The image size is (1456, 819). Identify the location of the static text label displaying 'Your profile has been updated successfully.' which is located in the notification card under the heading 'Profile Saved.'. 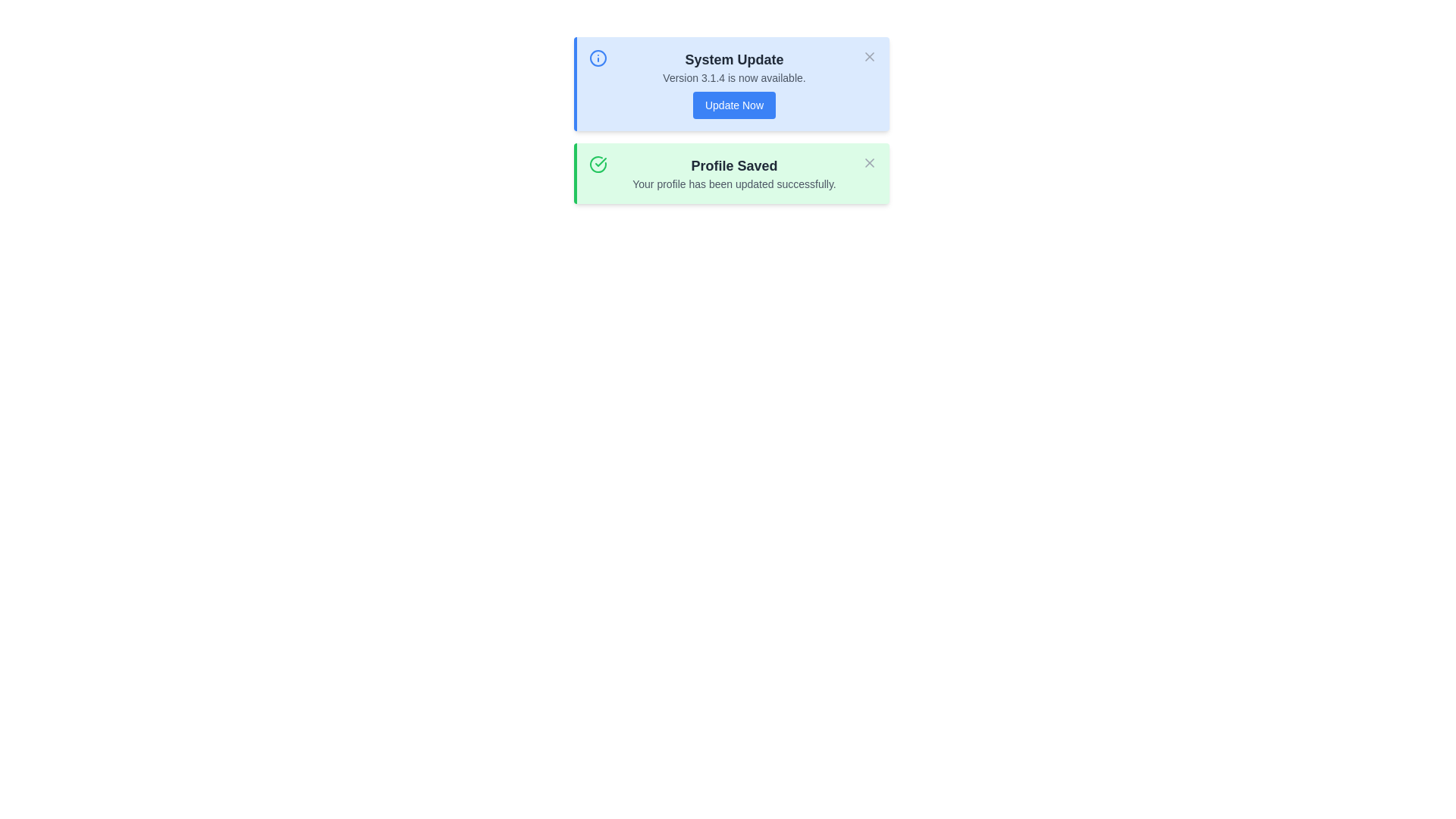
(734, 184).